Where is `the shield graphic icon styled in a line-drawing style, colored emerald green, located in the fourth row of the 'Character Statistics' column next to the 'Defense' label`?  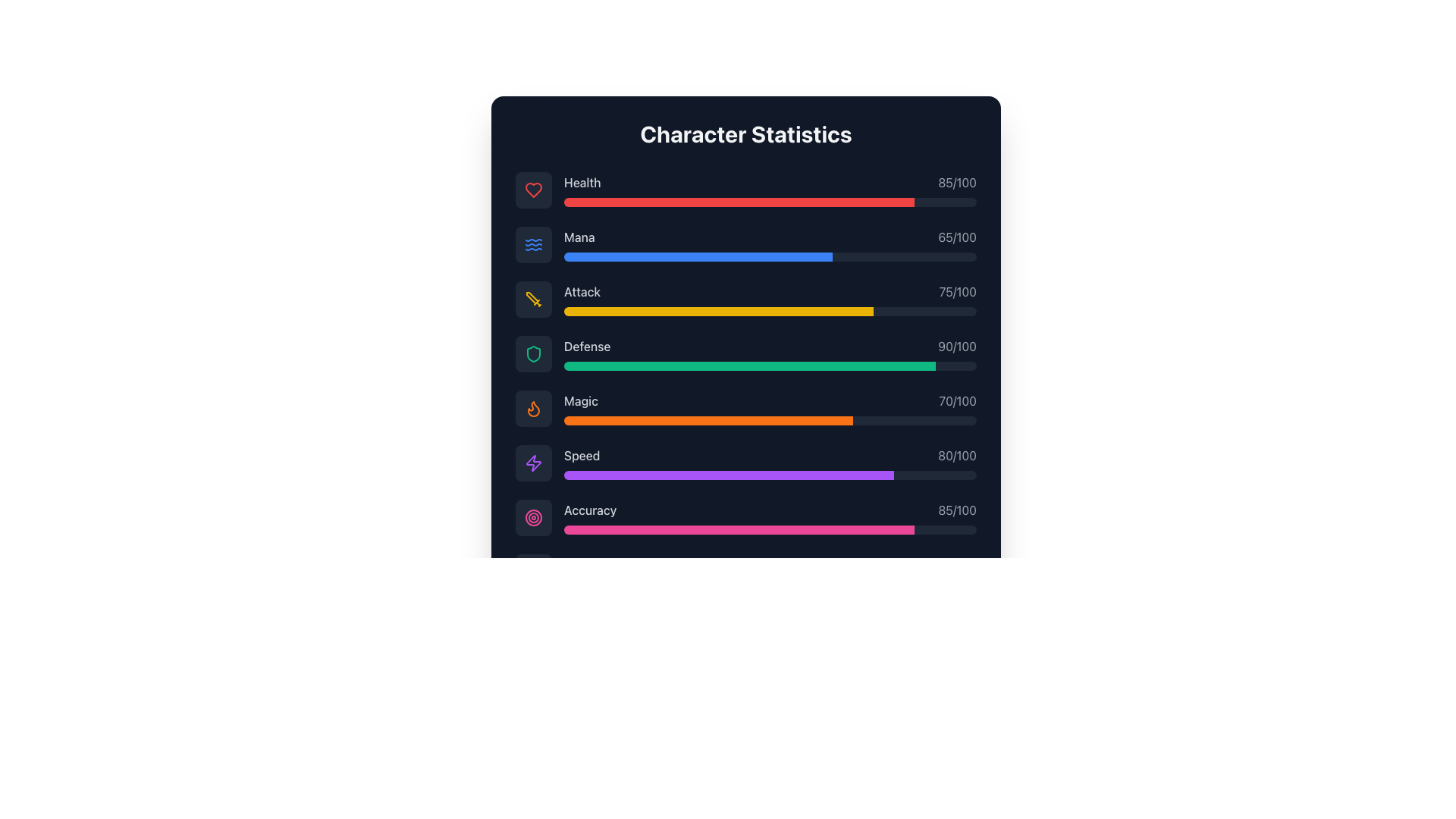
the shield graphic icon styled in a line-drawing style, colored emerald green, located in the fourth row of the 'Character Statistics' column next to the 'Defense' label is located at coordinates (534, 353).